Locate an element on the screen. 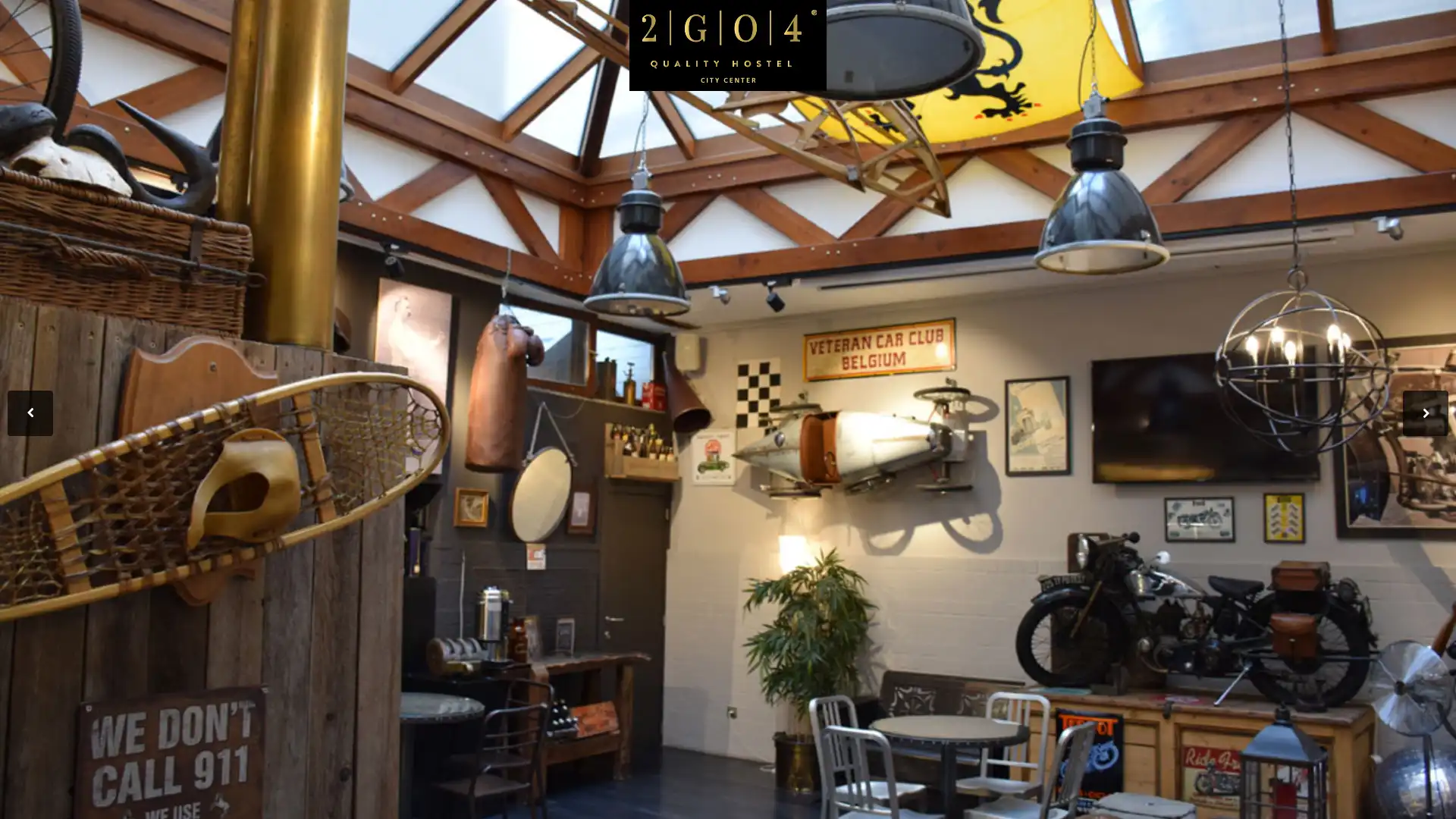  book now is located at coordinates (1330, 123).